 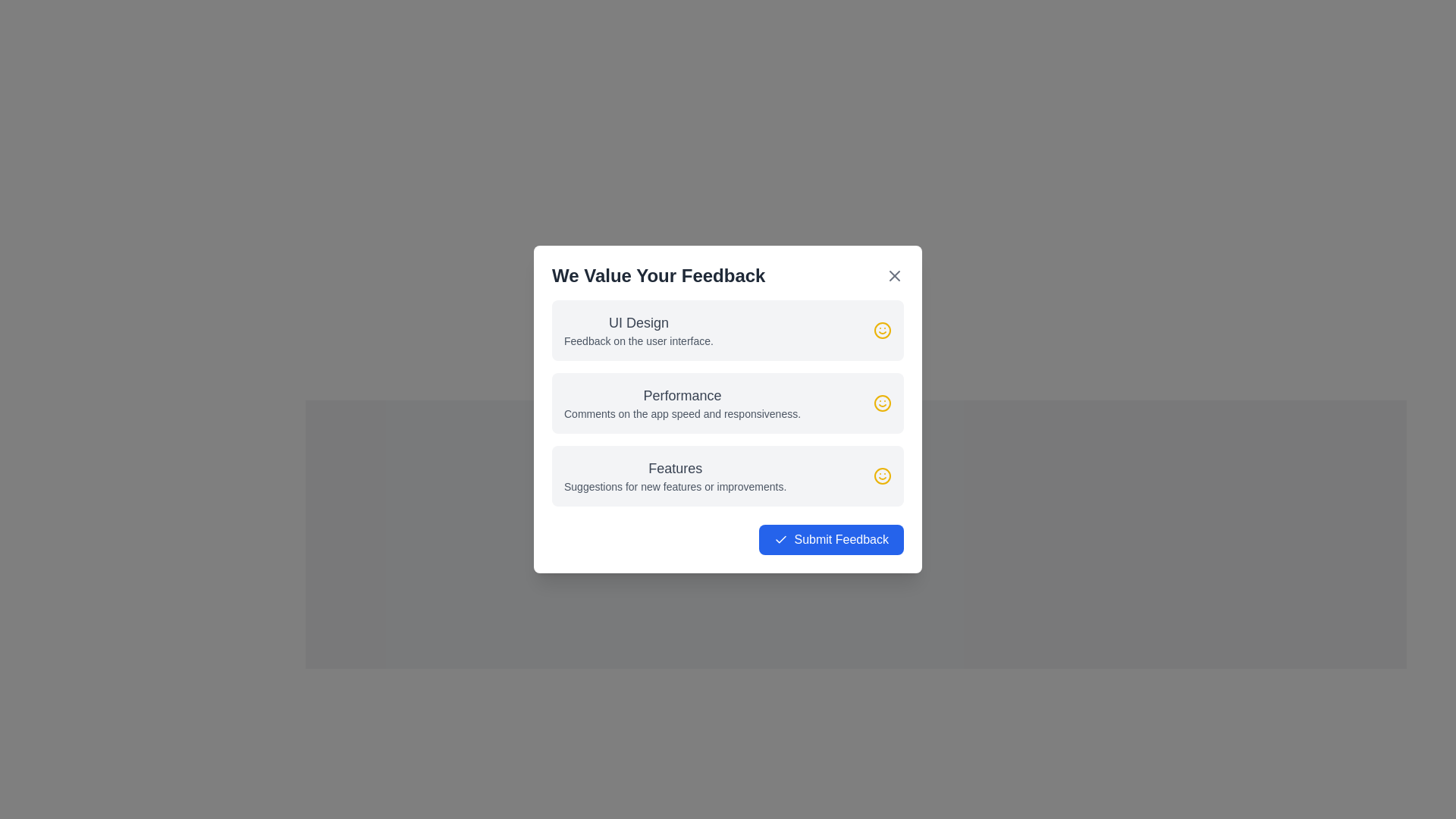 I want to click on the 'Features' static text label, which is styled with a distinct font size and medium weight, in the lower-middle portion of the feedback modal dialog box, so click(x=674, y=467).